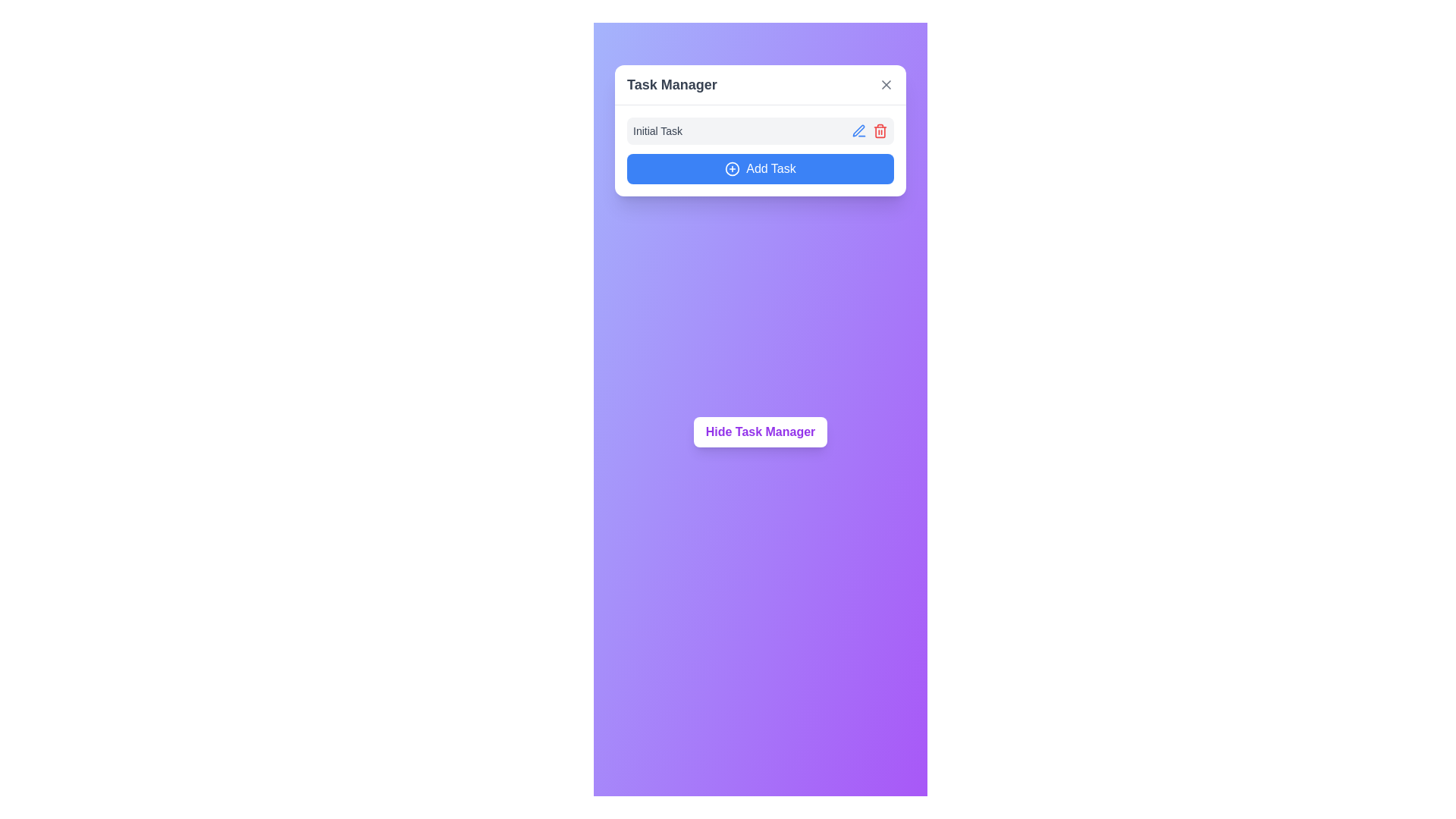  Describe the element at coordinates (886, 84) in the screenshot. I see `the close button in the header of the 'Task Manager' panel to change its color to red` at that location.